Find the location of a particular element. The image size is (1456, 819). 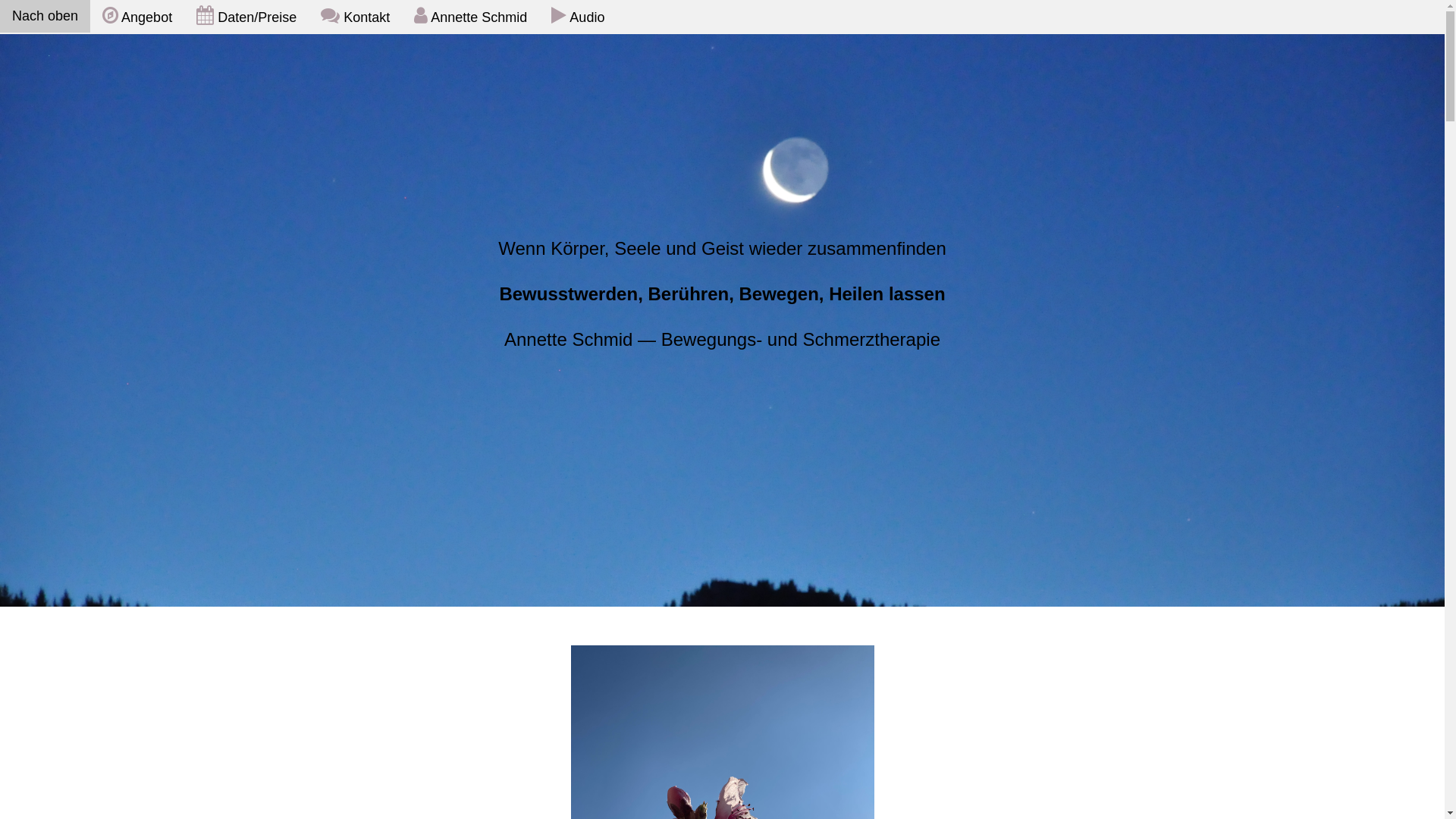

'Kontakt' is located at coordinates (354, 17).